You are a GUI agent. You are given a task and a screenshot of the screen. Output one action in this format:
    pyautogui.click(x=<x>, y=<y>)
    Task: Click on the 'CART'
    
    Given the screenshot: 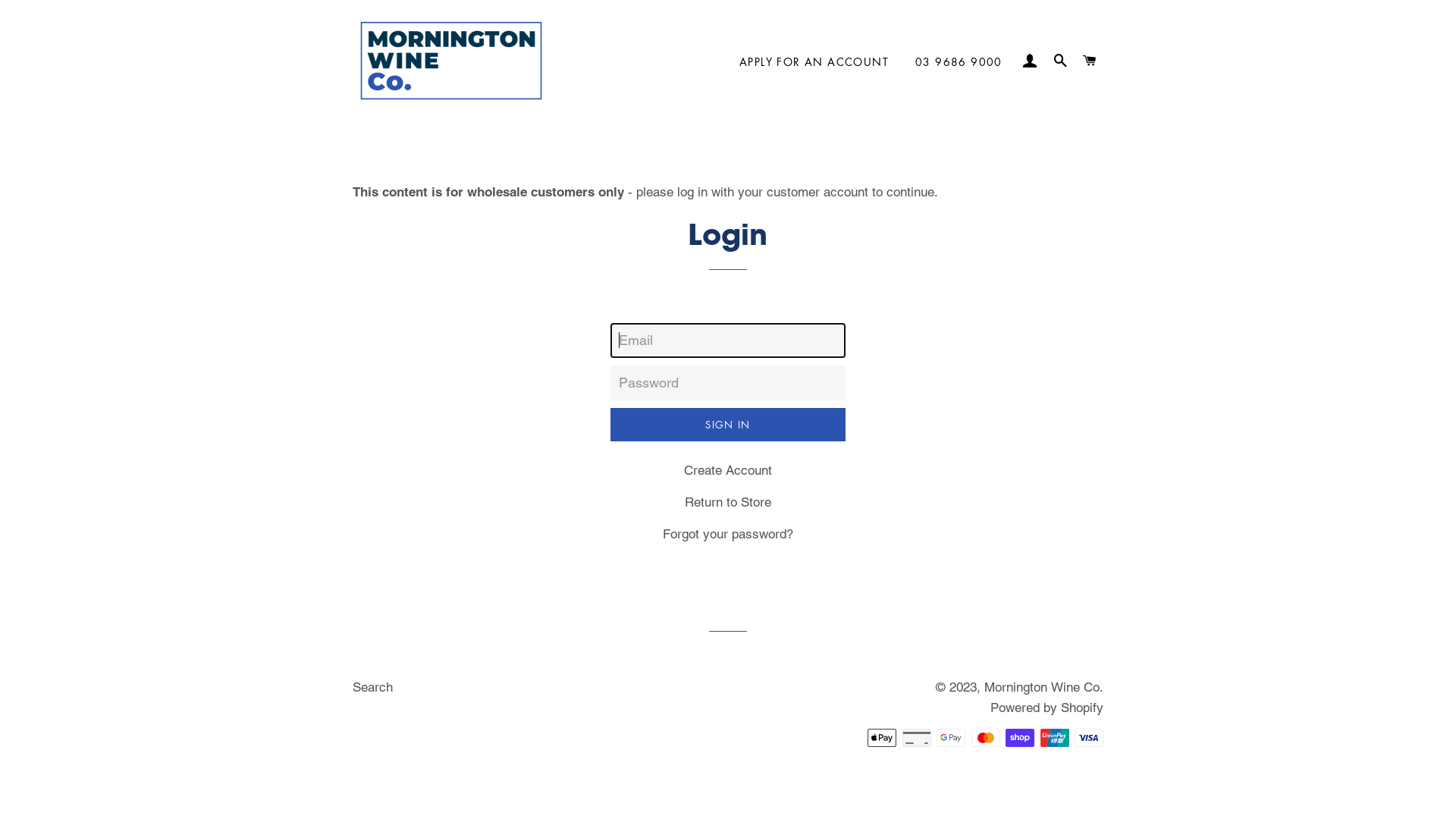 What is the action you would take?
    pyautogui.click(x=1090, y=60)
    